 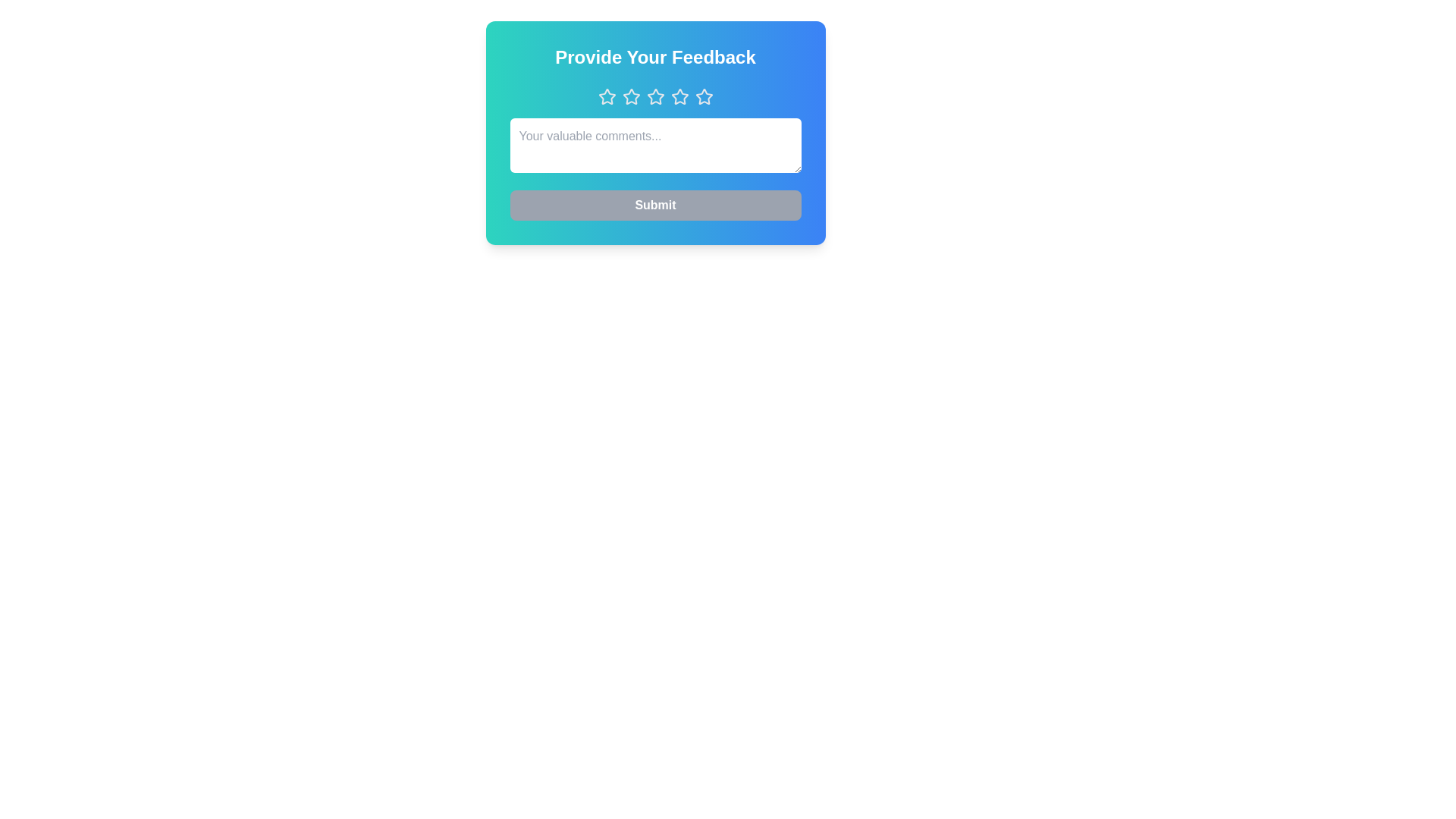 What do you see at coordinates (631, 96) in the screenshot?
I see `the star button corresponding to the desired rating 2` at bounding box center [631, 96].